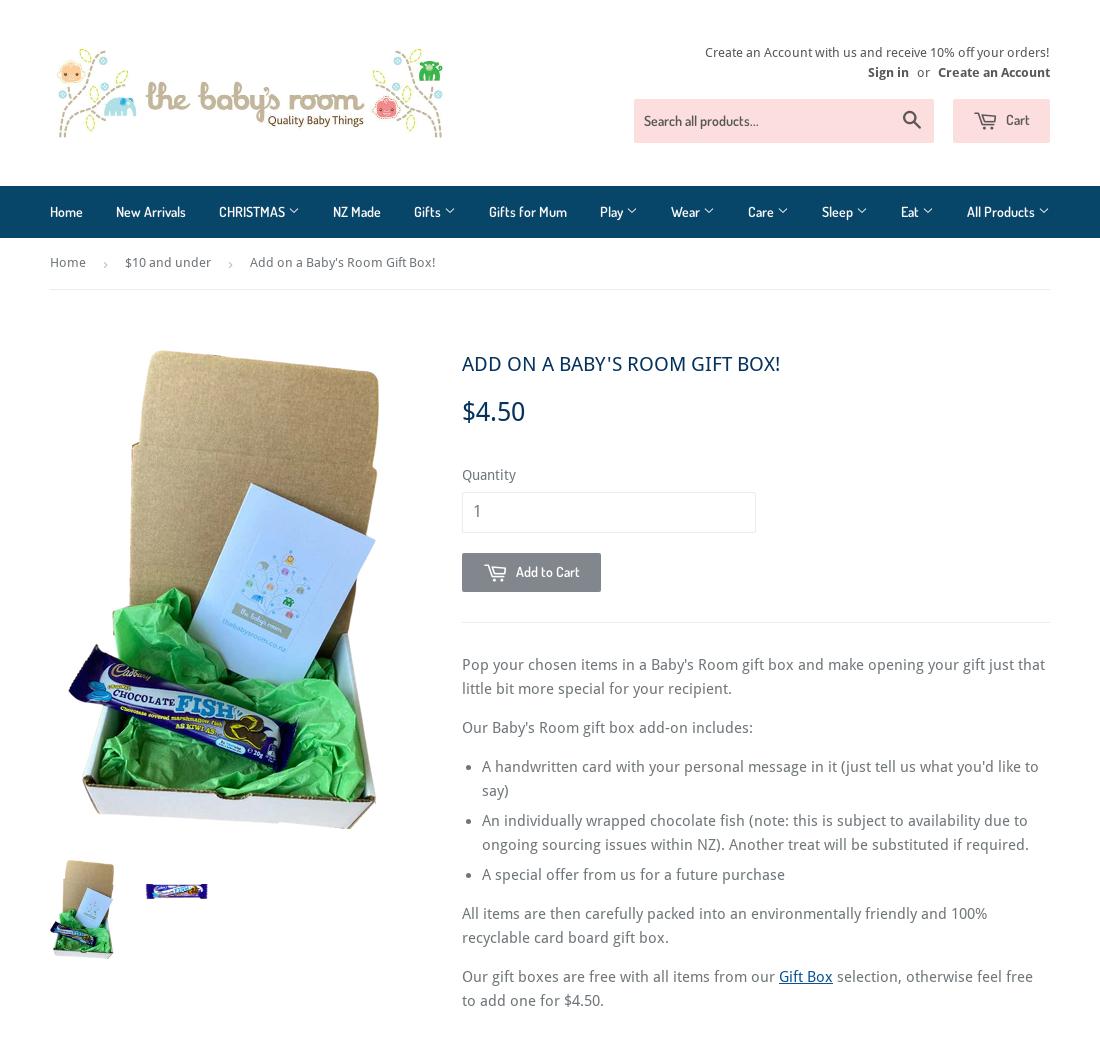 The image size is (1100, 1043). Describe the element at coordinates (992, 71) in the screenshot. I see `'Create an Account'` at that location.